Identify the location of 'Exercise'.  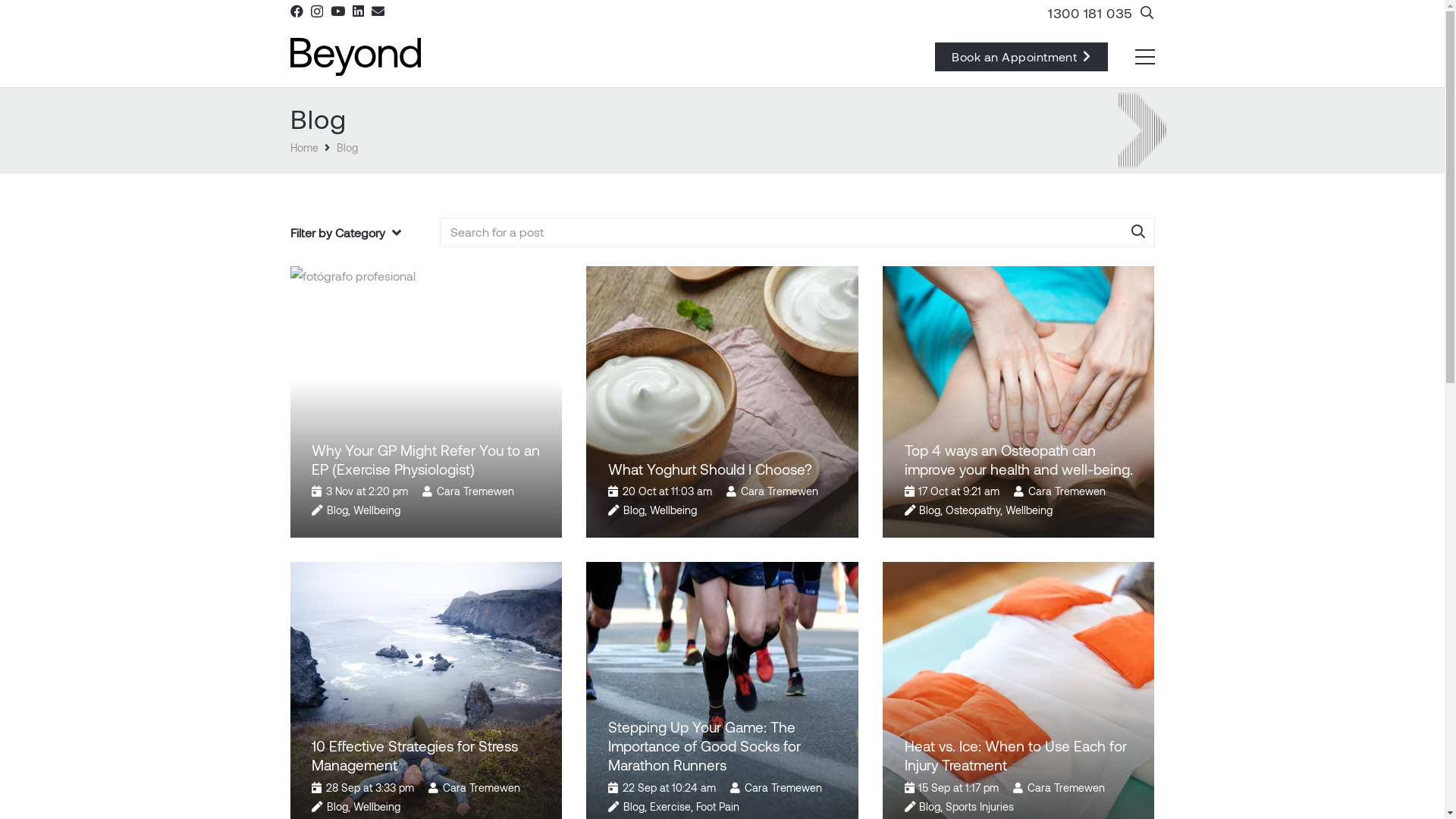
(650, 805).